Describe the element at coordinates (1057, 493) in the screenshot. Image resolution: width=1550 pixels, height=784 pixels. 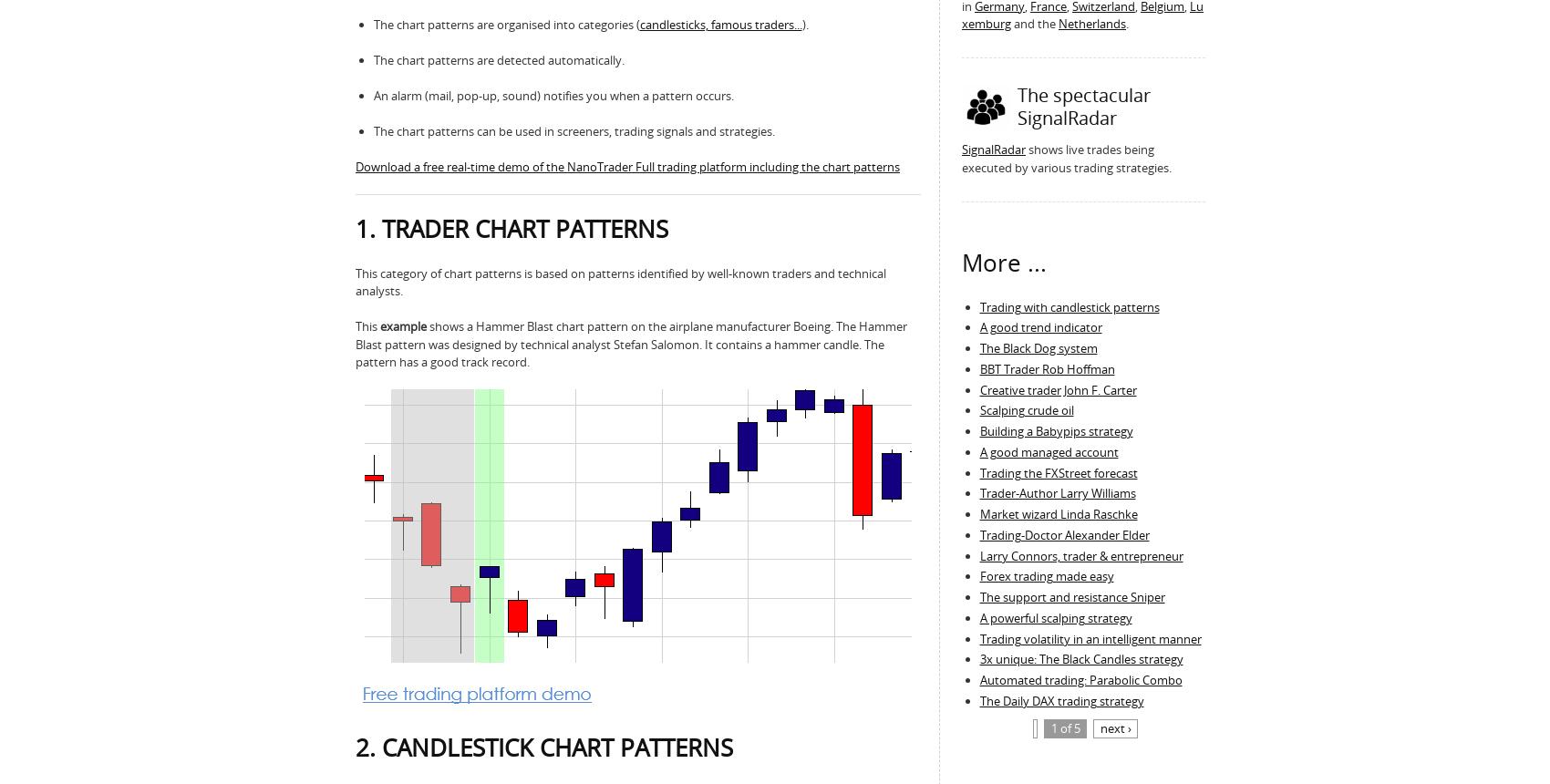
I see `'Trader-Author Larry Williams'` at that location.